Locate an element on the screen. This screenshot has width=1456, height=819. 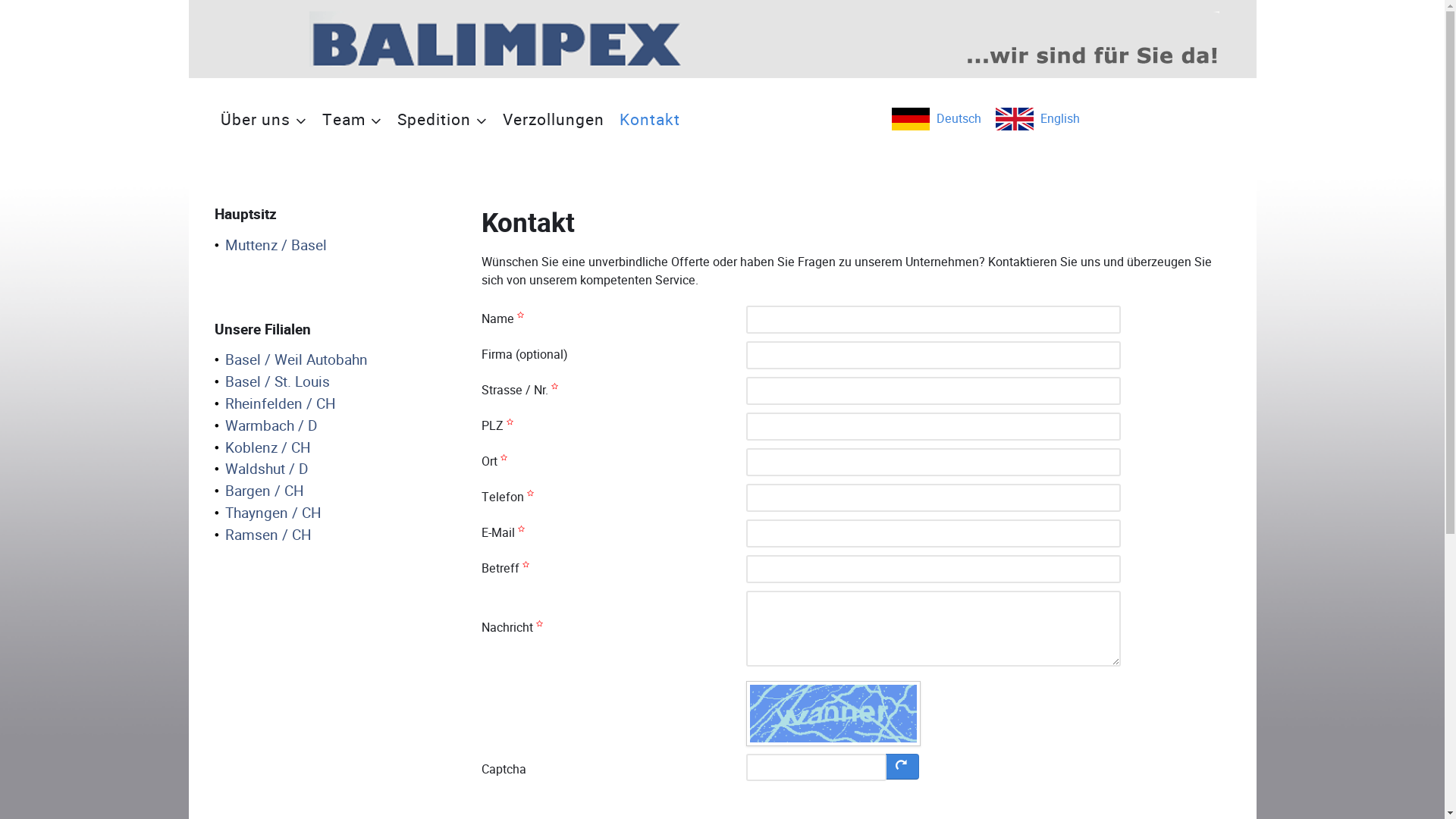
'Bargen / CH' is located at coordinates (259, 491).